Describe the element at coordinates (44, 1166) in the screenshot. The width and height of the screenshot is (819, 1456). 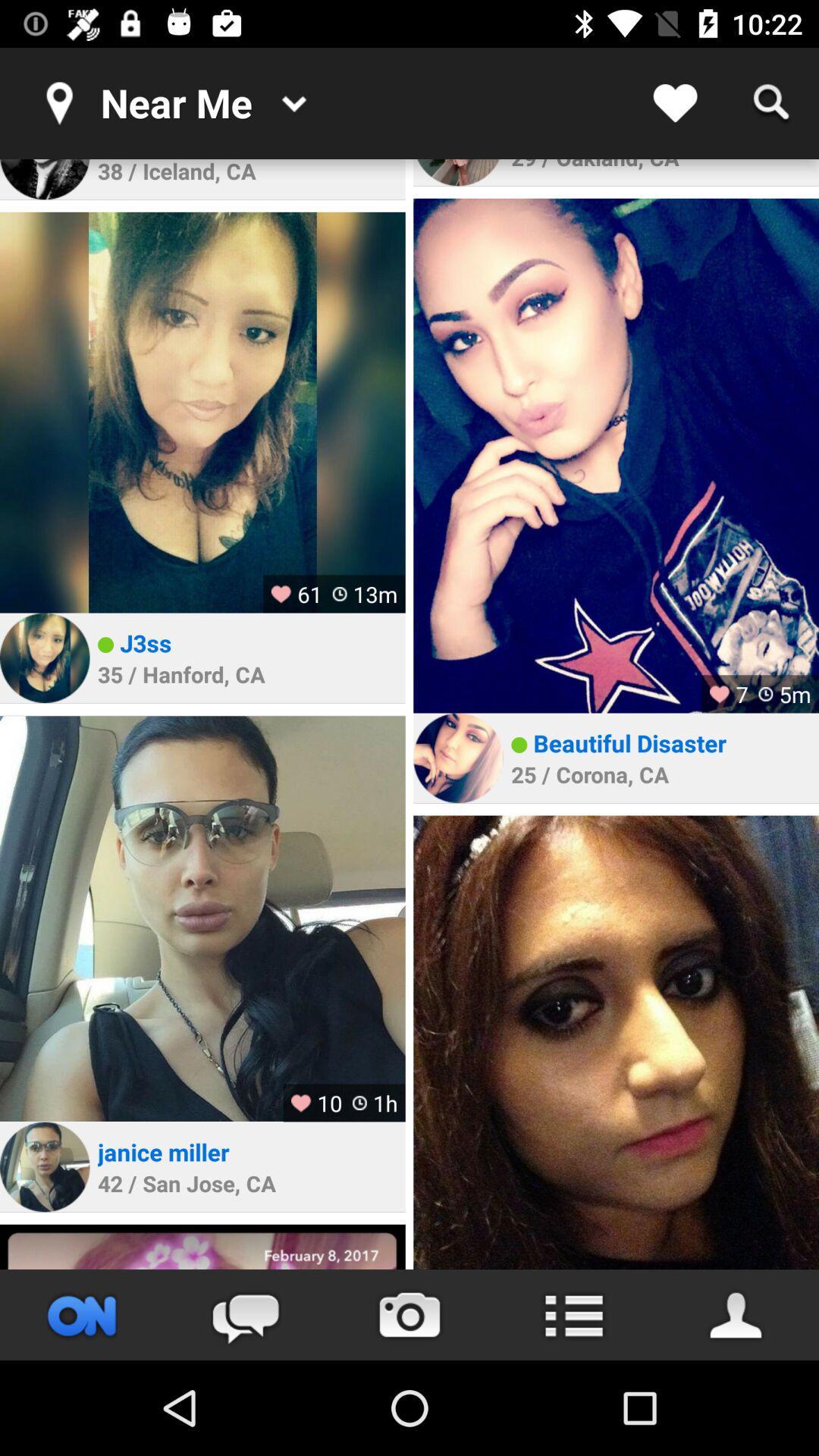
I see `open image` at that location.